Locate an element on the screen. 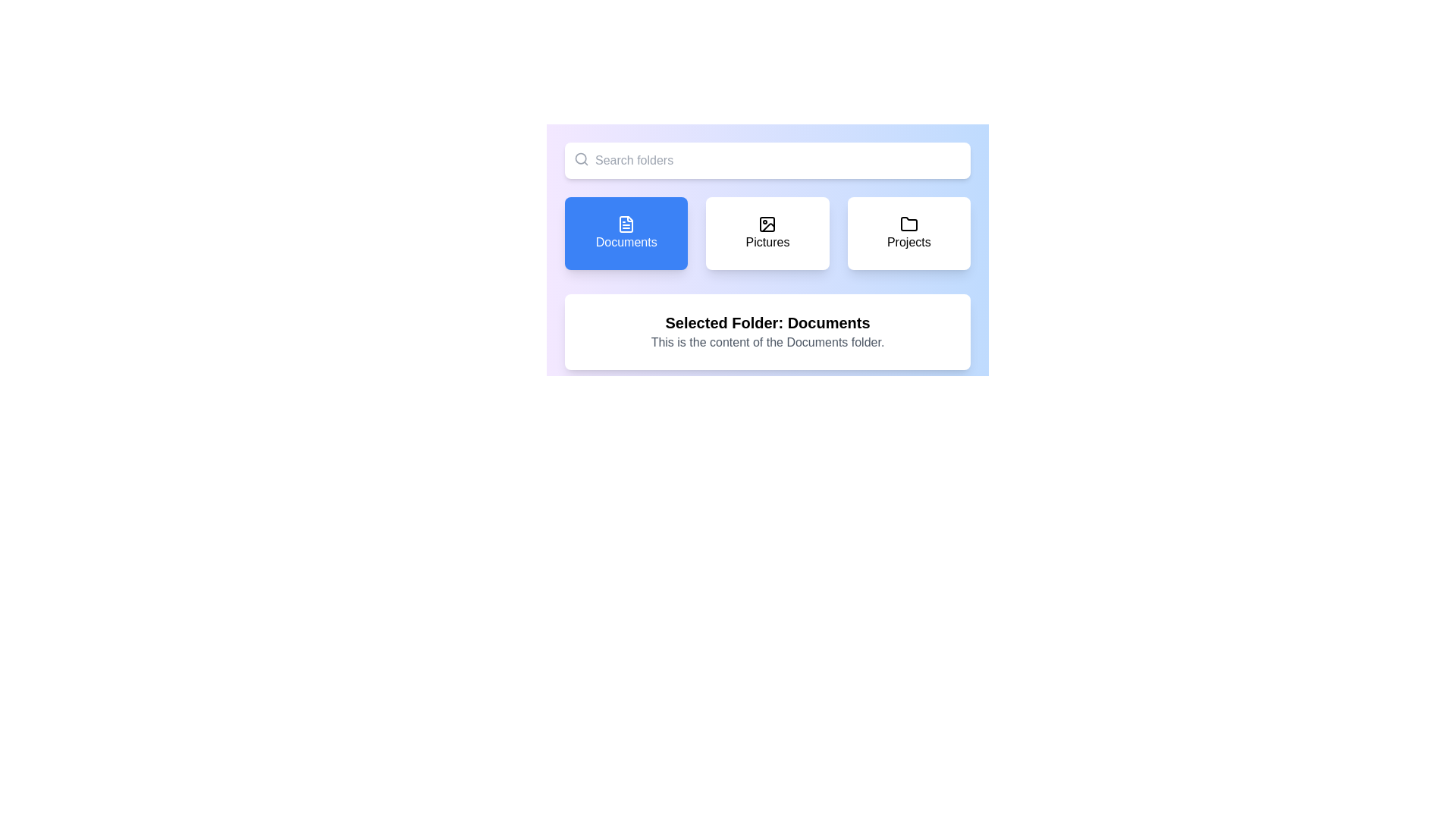 The image size is (1456, 819). the blue button labeled 'Documents' that contains a small document file icon with a folded top-right corner is located at coordinates (626, 224).